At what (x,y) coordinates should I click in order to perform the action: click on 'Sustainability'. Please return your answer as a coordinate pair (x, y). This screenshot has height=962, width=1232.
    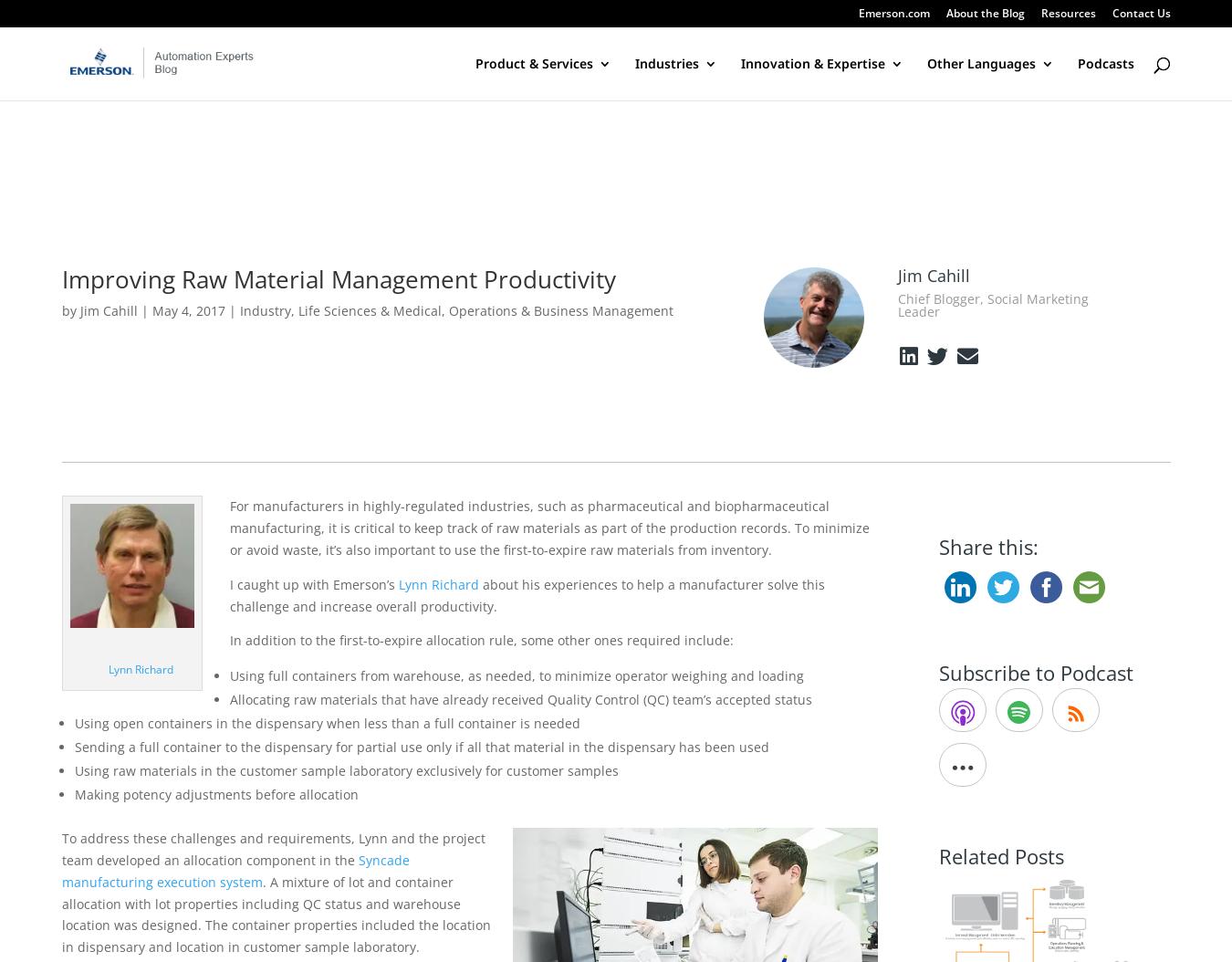
    Looking at the image, I should click on (390, 191).